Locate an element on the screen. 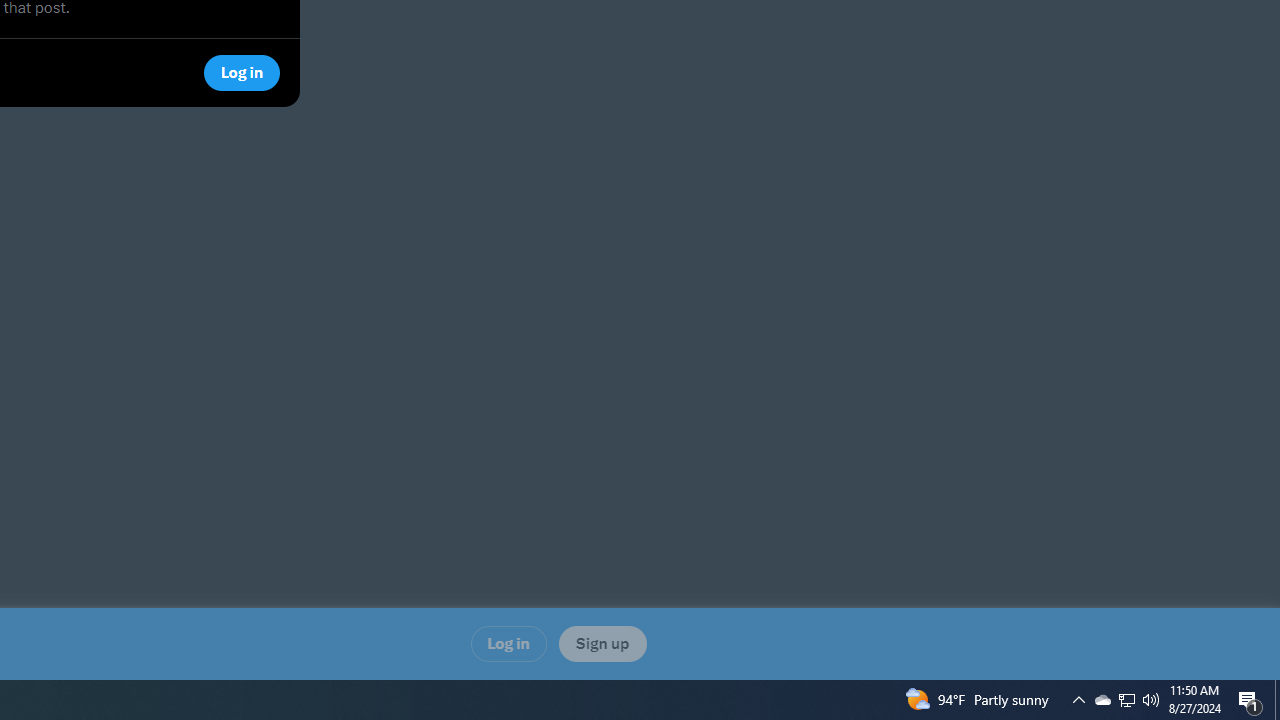  'Sign up' is located at coordinates (601, 643).